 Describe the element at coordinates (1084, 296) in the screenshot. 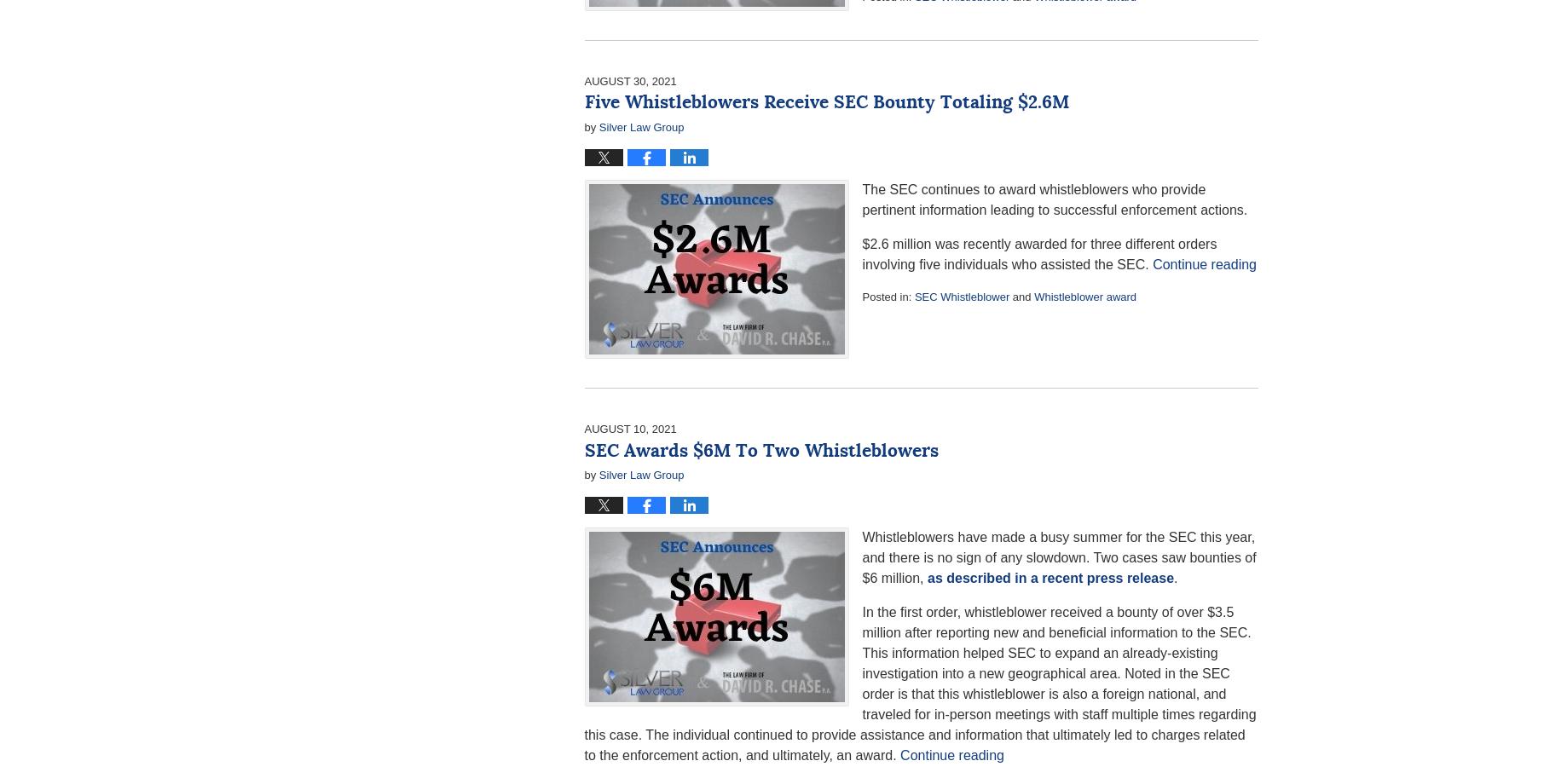

I see `'Whistleblower award'` at that location.